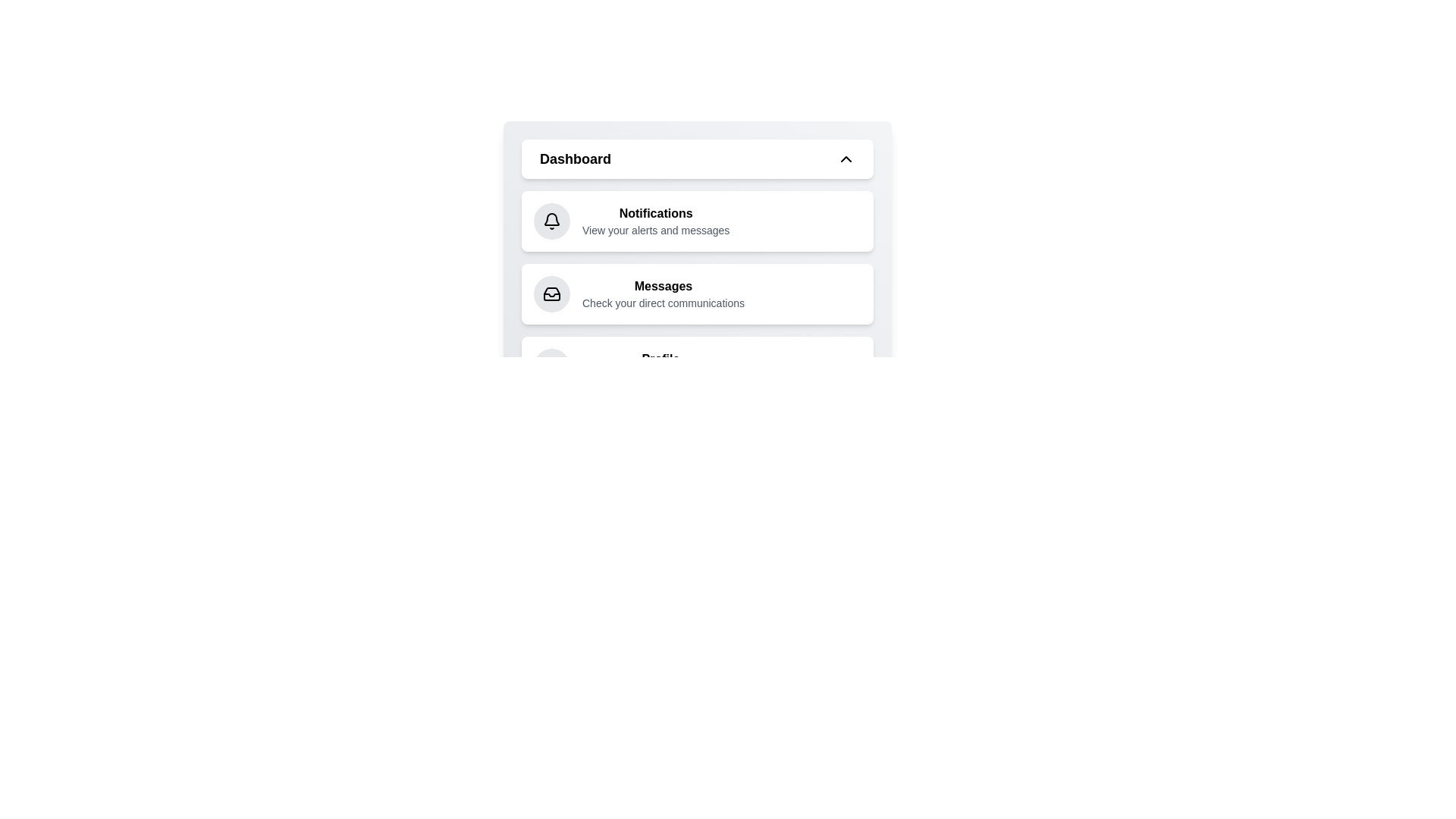 This screenshot has height=819, width=1456. What do you see at coordinates (551, 294) in the screenshot?
I see `the icon associated with the menu item Messages` at bounding box center [551, 294].